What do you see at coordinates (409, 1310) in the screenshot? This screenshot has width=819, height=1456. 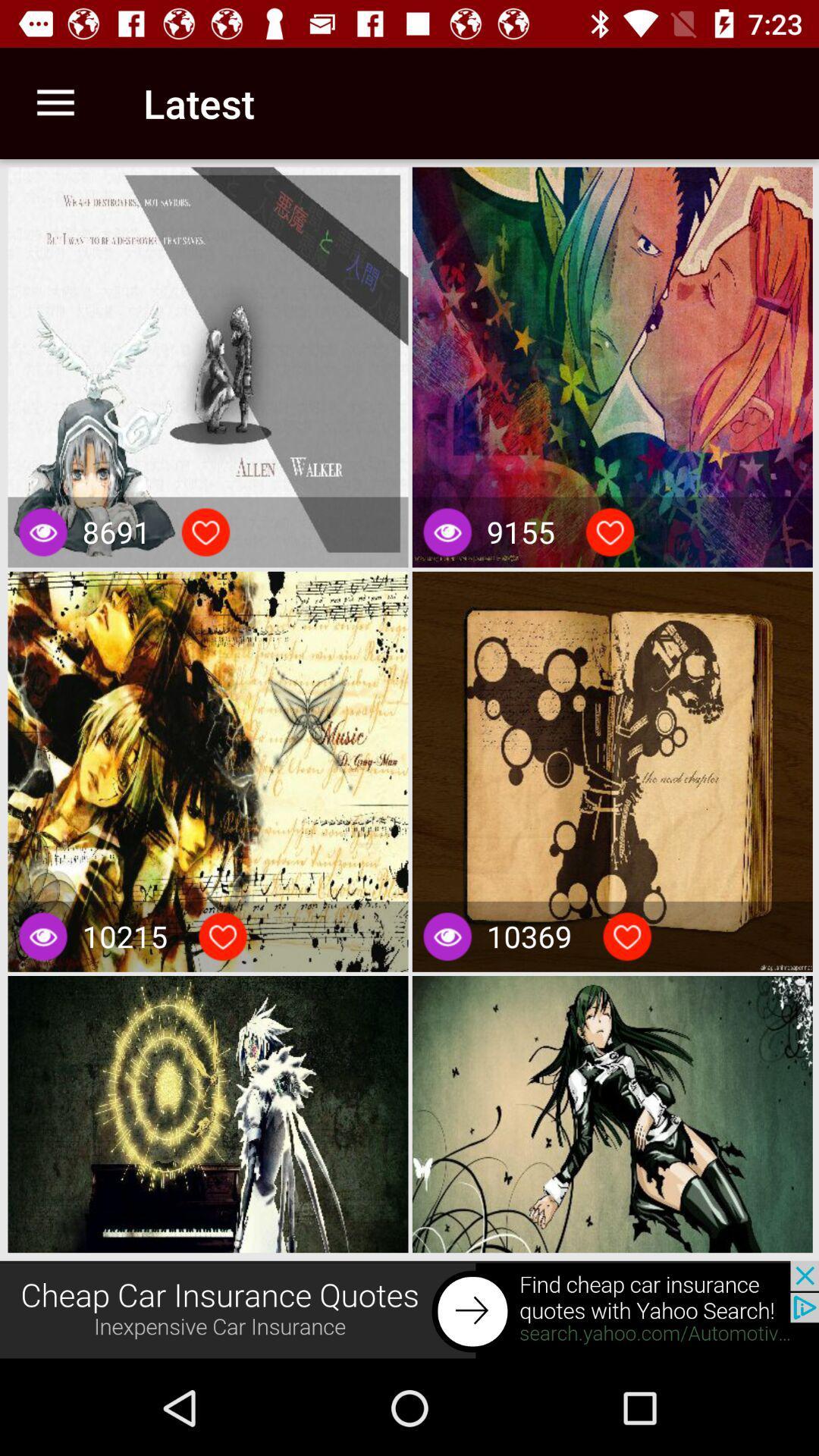 I see `clickable advertisement` at bounding box center [409, 1310].